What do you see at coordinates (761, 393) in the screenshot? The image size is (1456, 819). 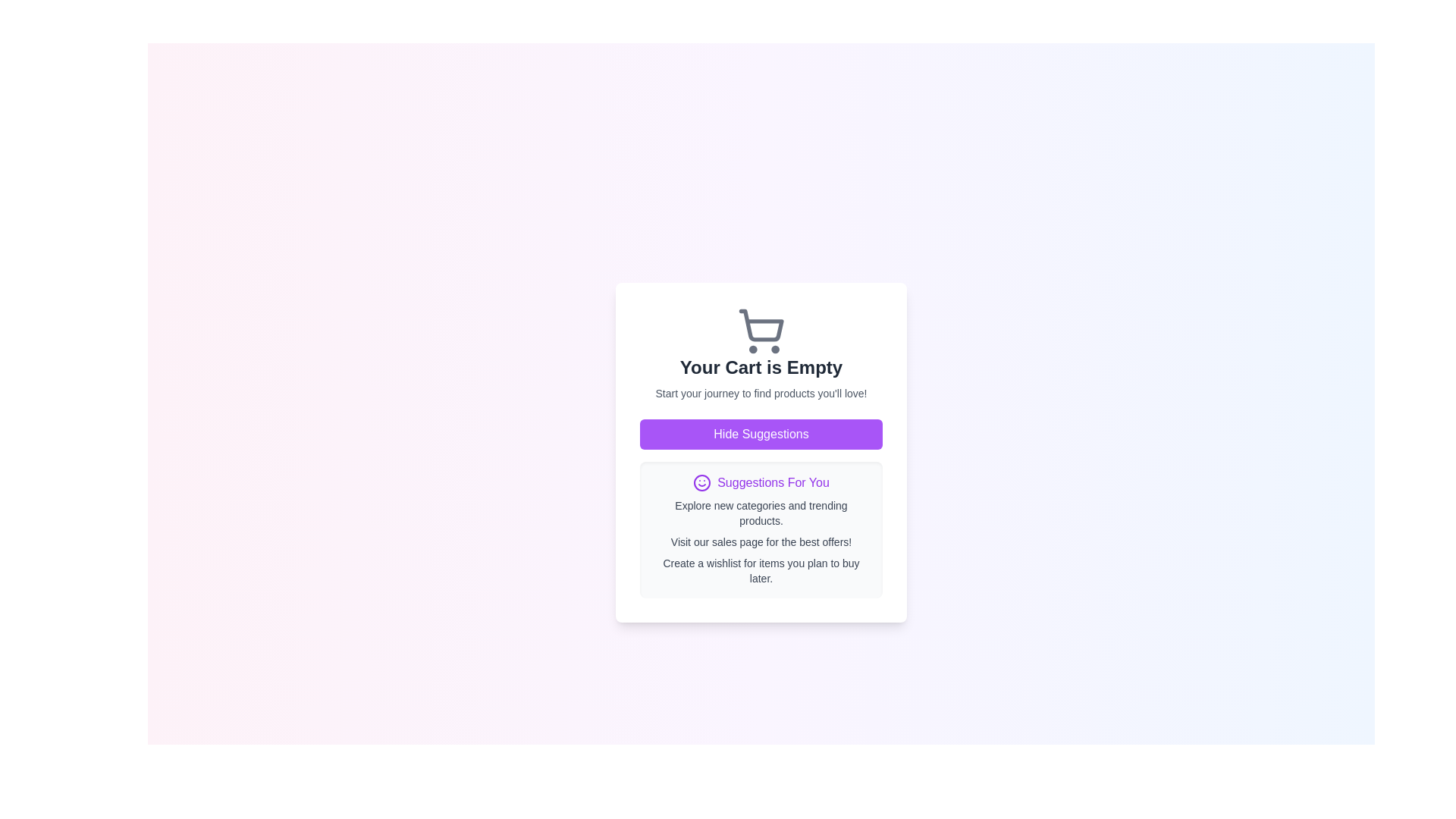 I see `text element displaying 'Start your journey to find products you'll love!' which is located below the heading 'Your Cart is Empty' and above the purple button labeled 'Hide Suggestions'` at bounding box center [761, 393].